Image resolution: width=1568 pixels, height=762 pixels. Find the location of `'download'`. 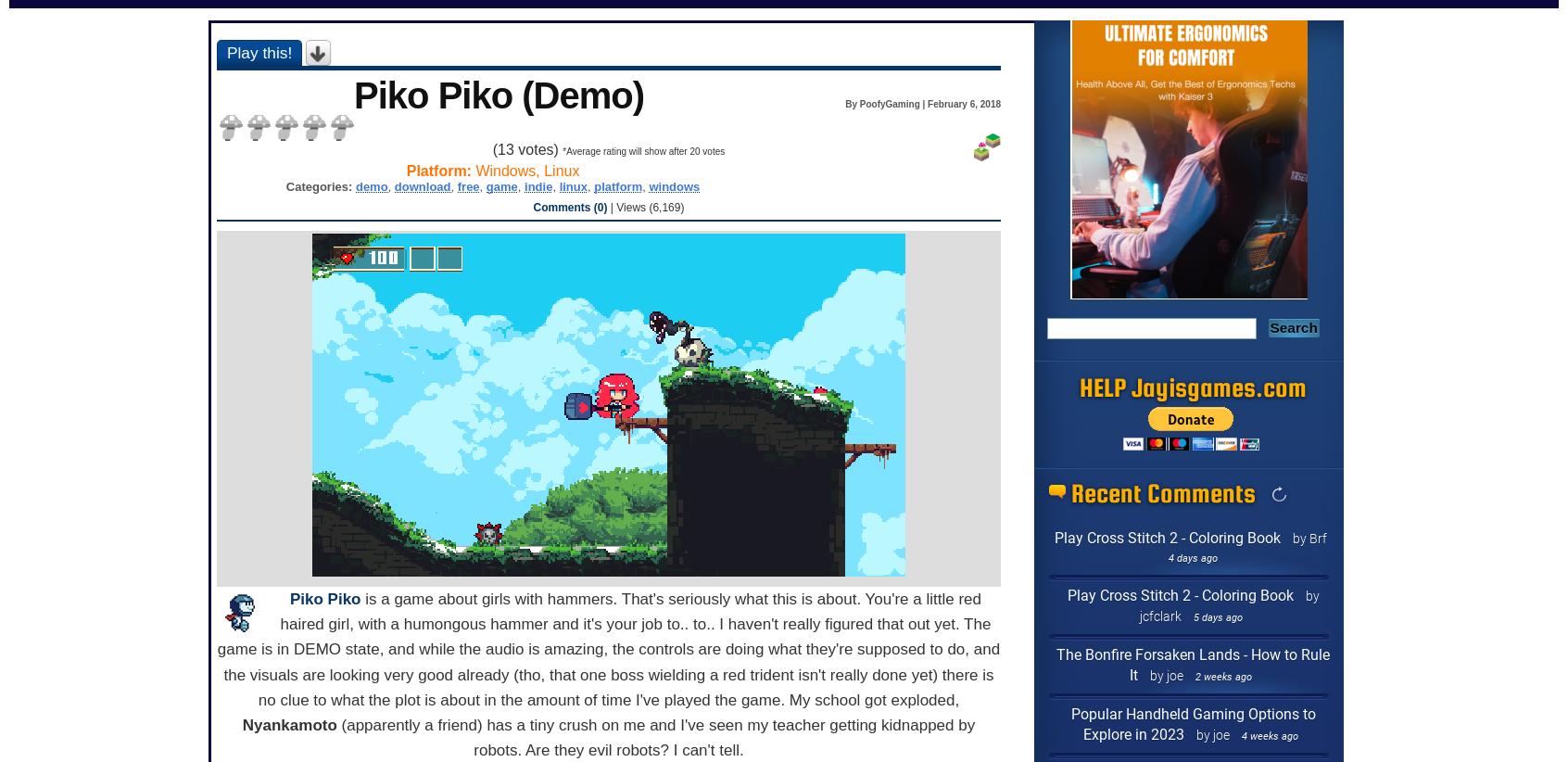

'download' is located at coordinates (421, 184).